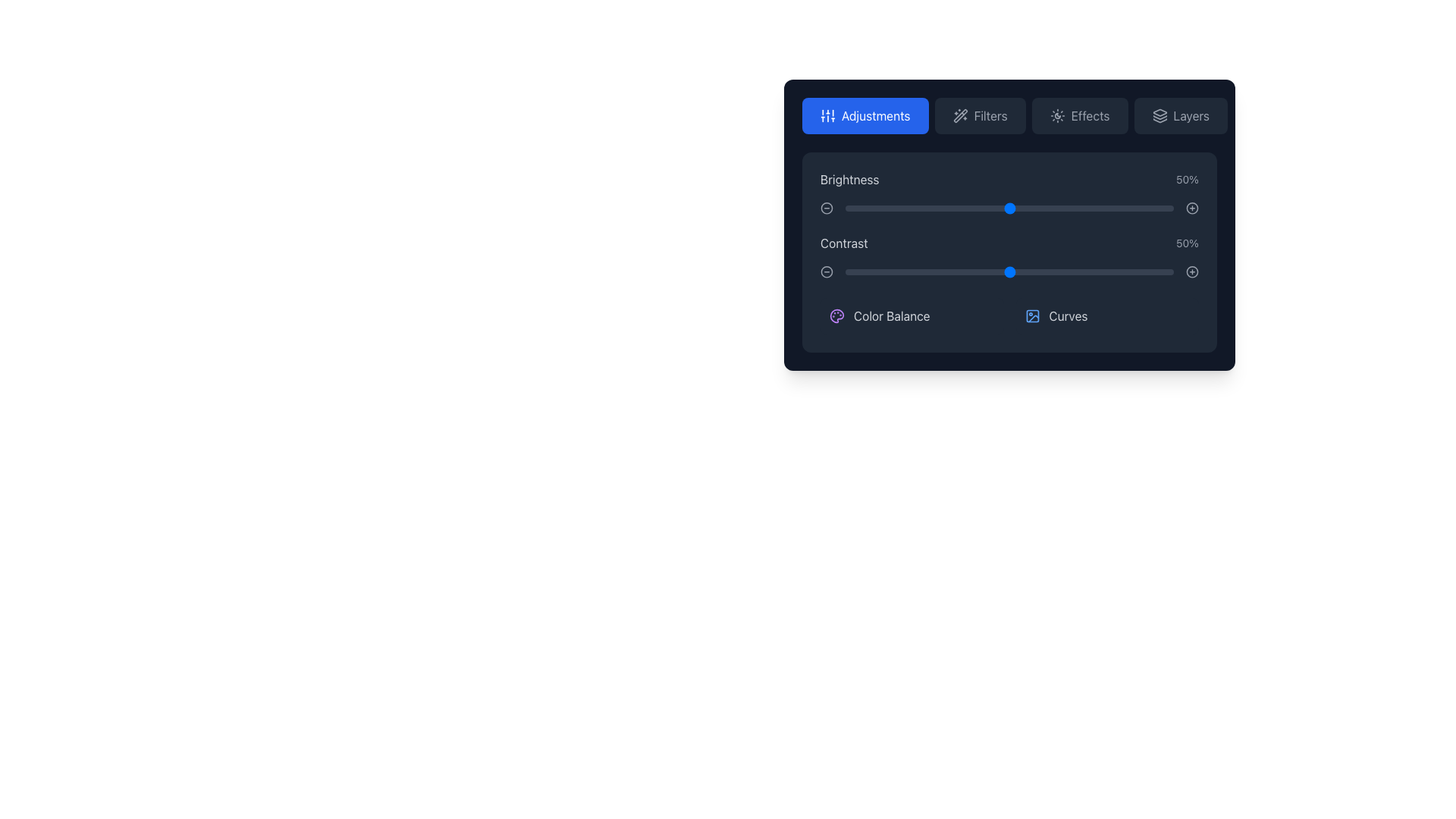  Describe the element at coordinates (917, 271) in the screenshot. I see `the contrast level` at that location.